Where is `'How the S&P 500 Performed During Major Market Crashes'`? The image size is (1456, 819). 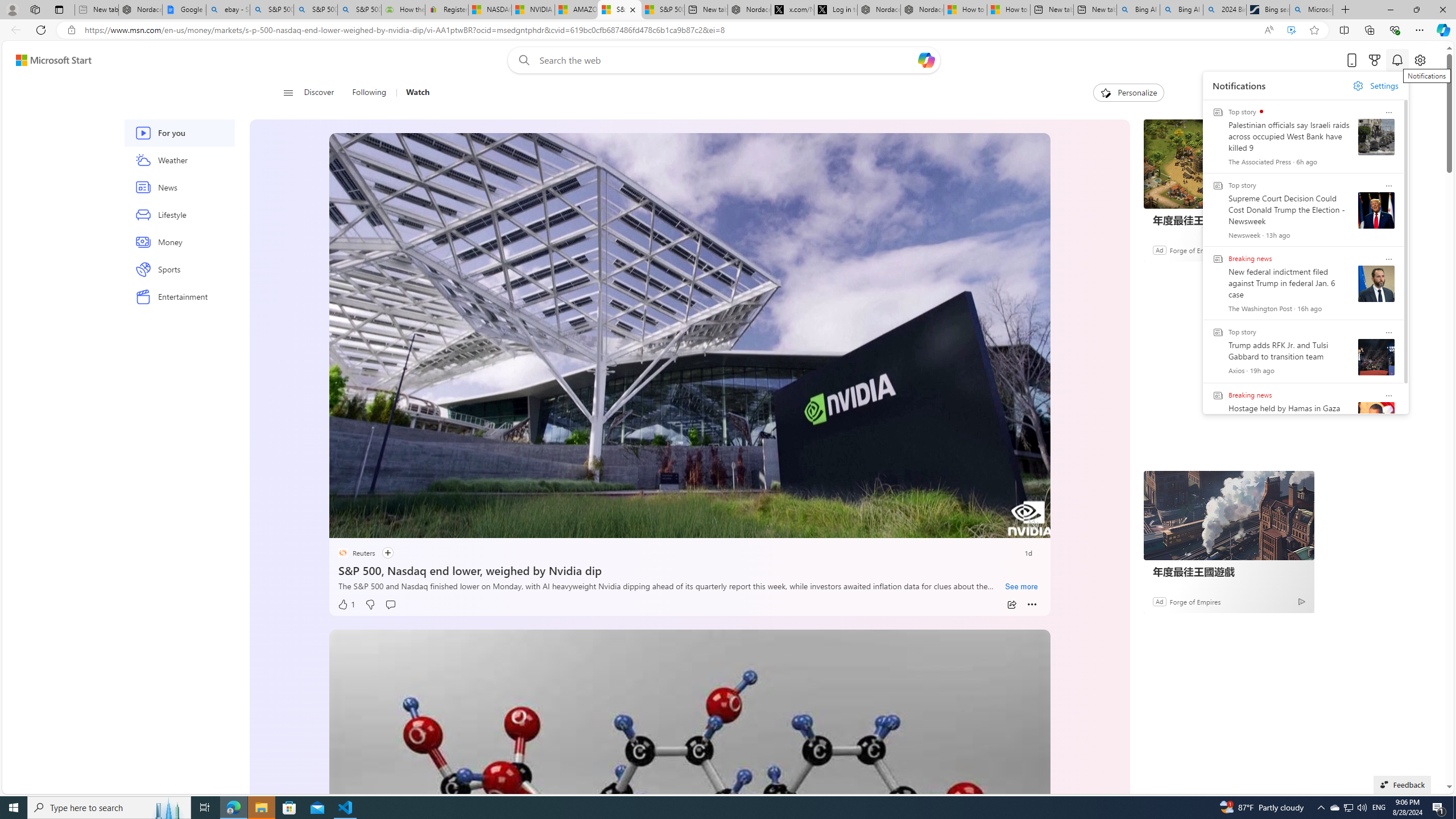
'How the S&P 500 Performed During Major Market Crashes' is located at coordinates (403, 9).